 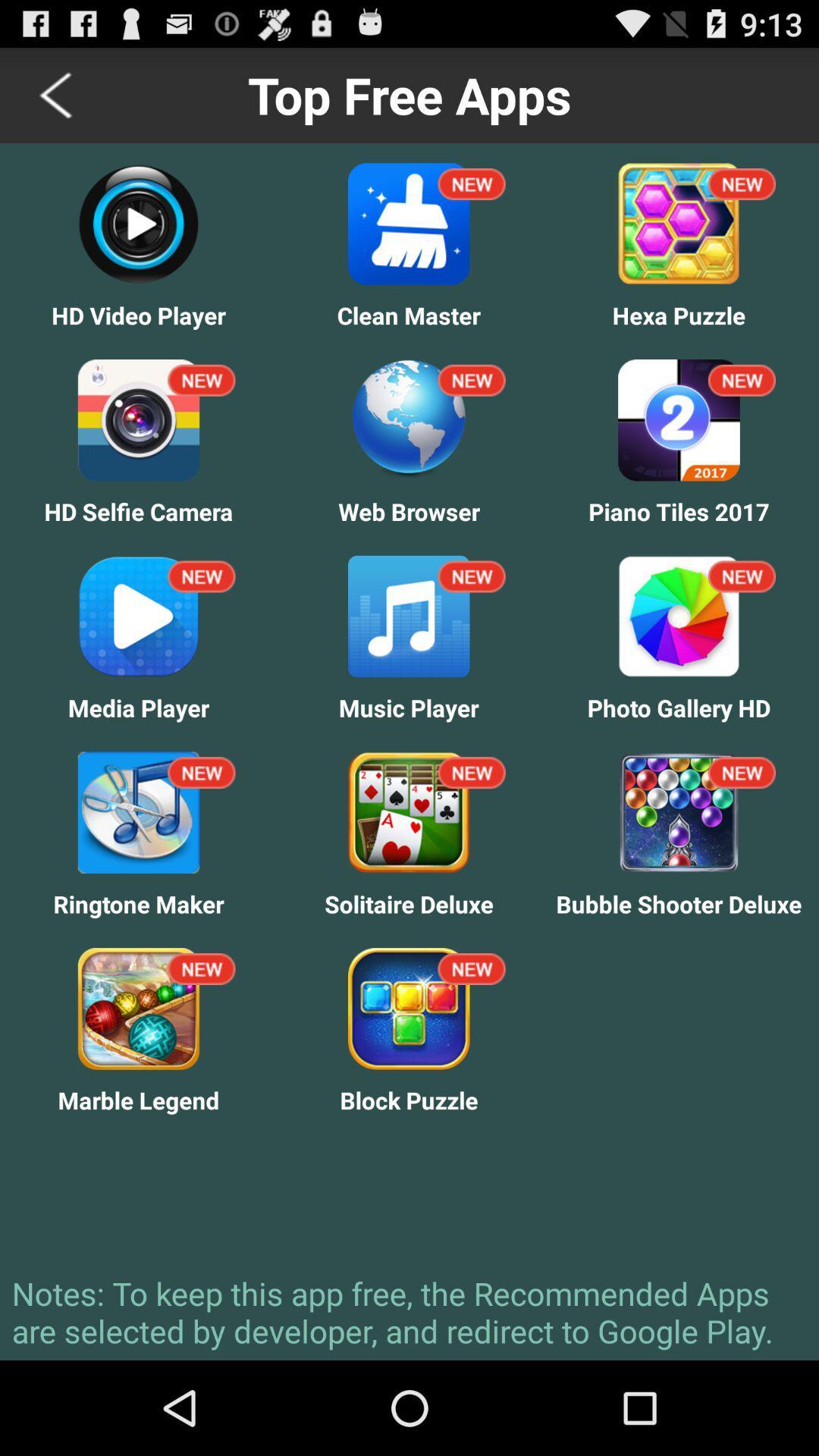 I want to click on the last new from the image, so click(x=470, y=968).